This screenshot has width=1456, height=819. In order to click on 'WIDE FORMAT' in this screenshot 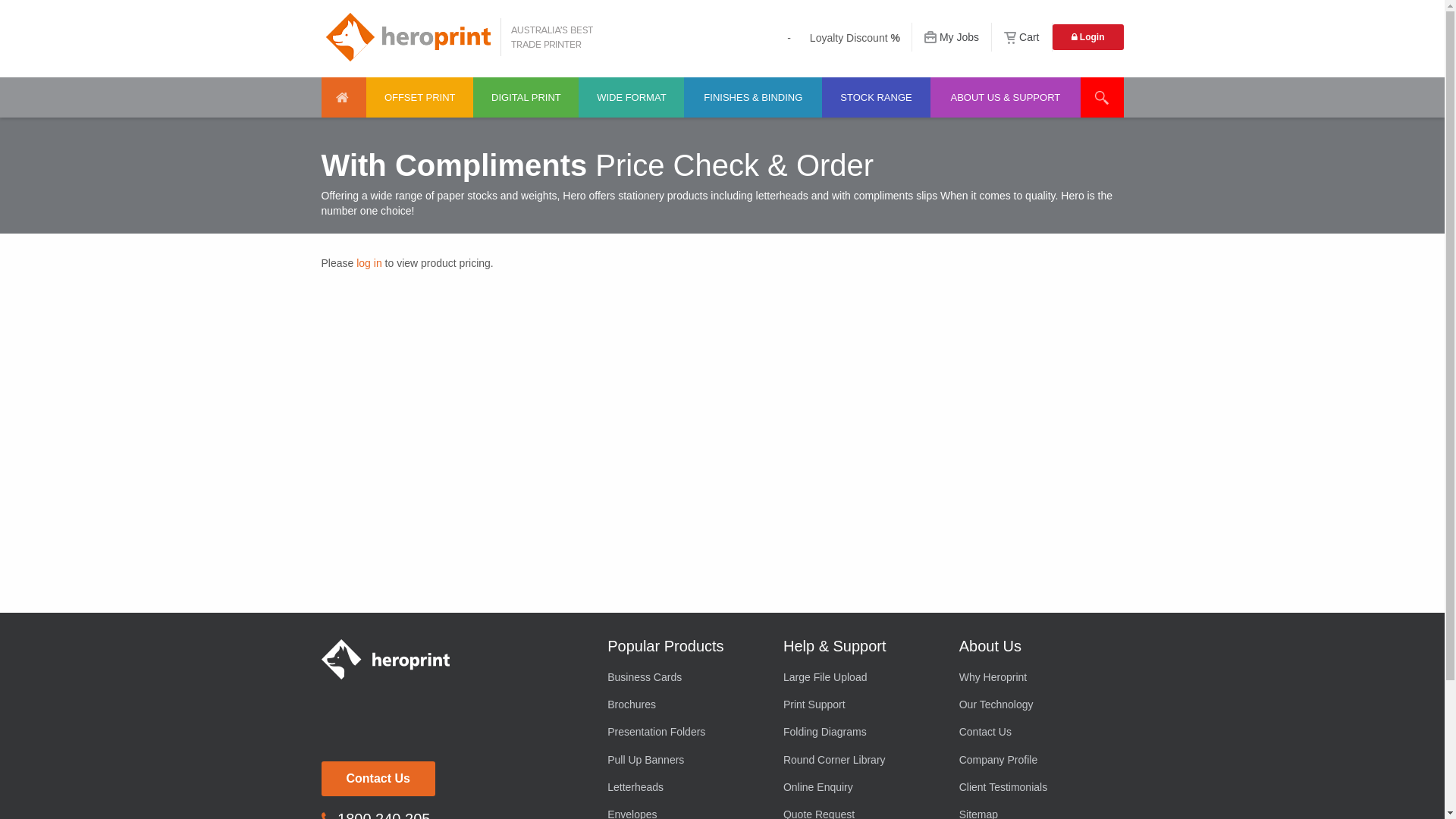, I will do `click(578, 96)`.